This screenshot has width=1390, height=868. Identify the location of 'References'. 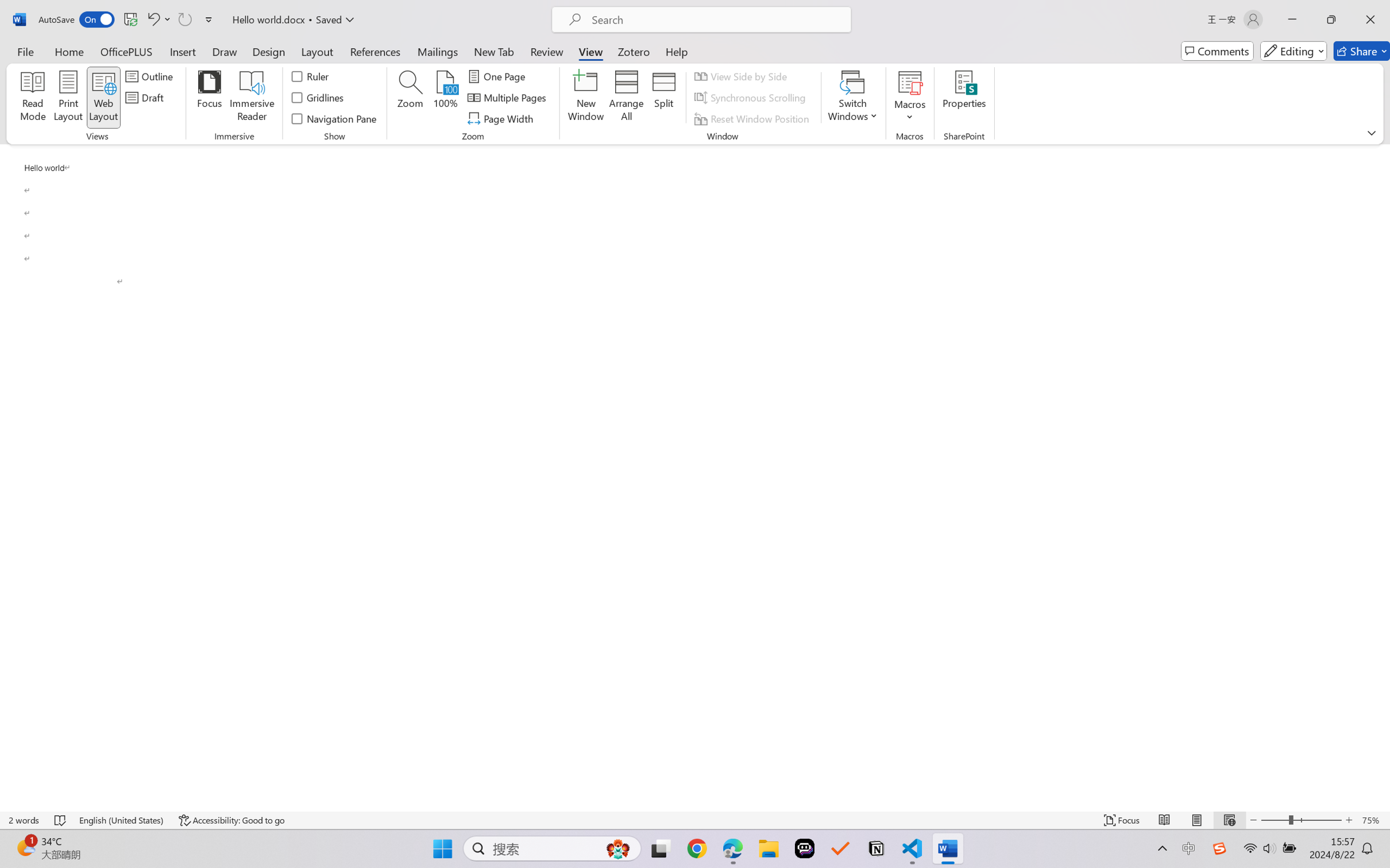
(375, 51).